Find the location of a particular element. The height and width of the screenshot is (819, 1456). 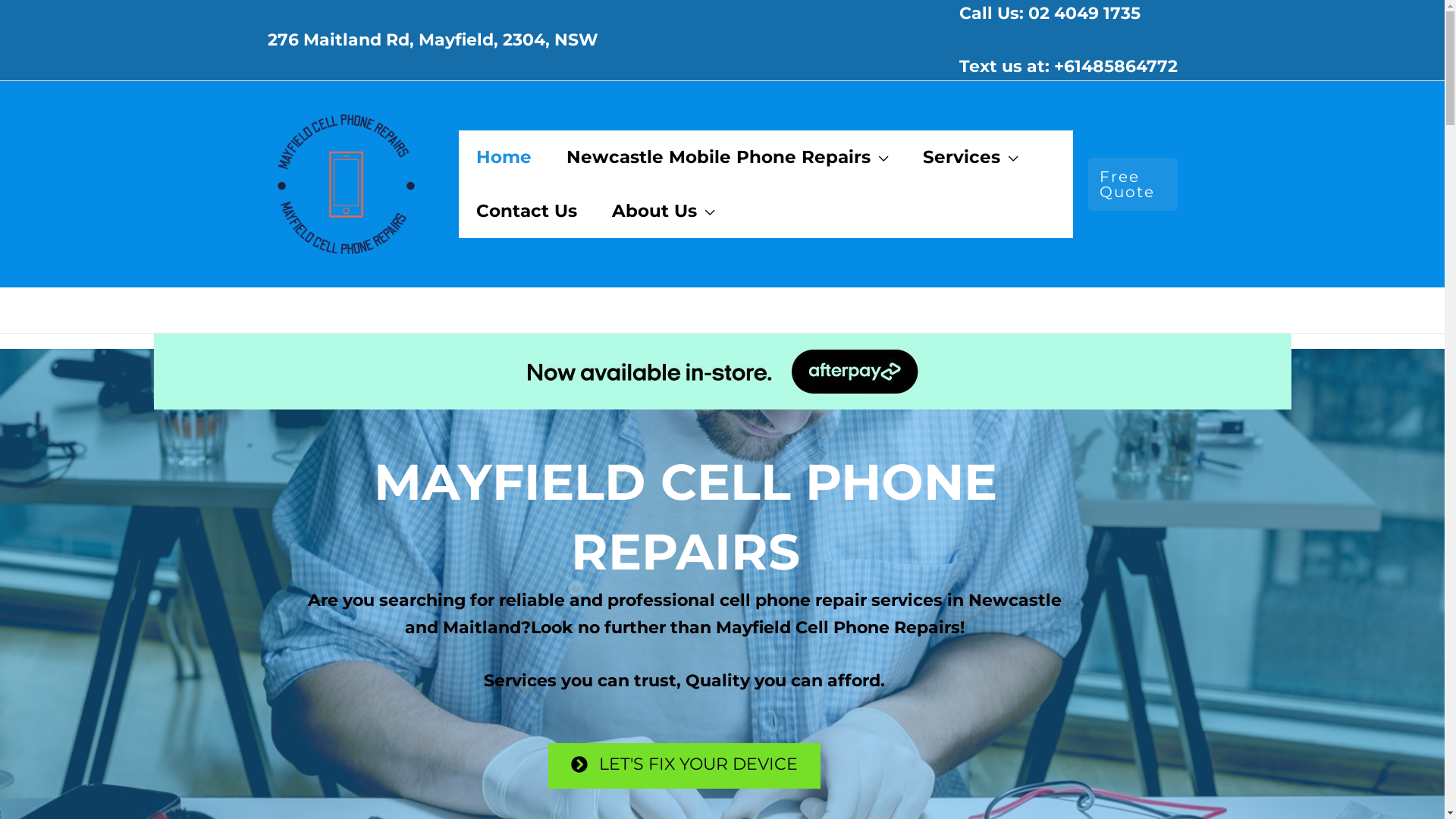

'Free Quote' is located at coordinates (1087, 184).